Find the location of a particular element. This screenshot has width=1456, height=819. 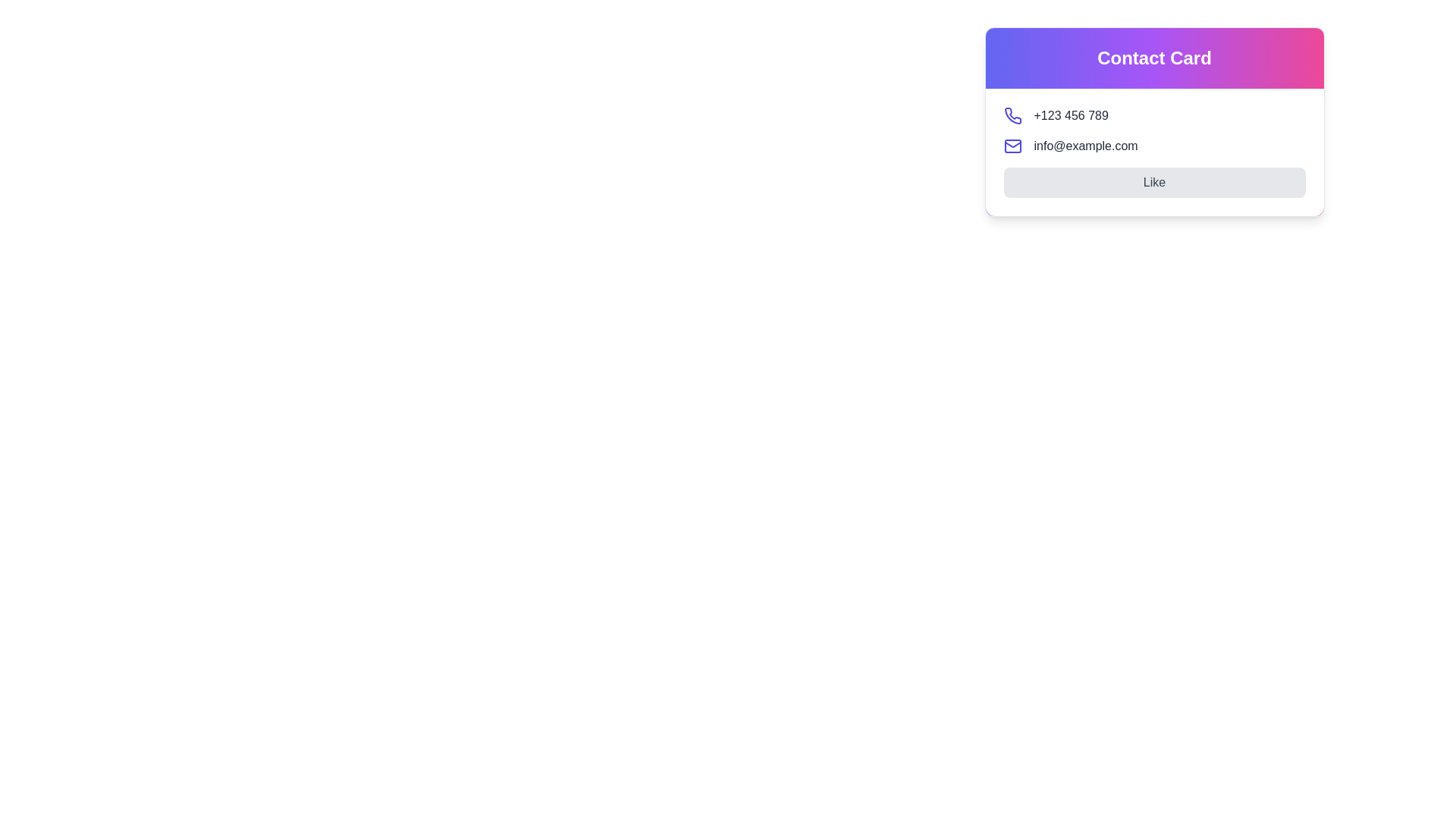

the 'Contact Card' text label, which is a bold title displayed at the top of a card layout with a gradient background from blue to pink is located at coordinates (1153, 58).